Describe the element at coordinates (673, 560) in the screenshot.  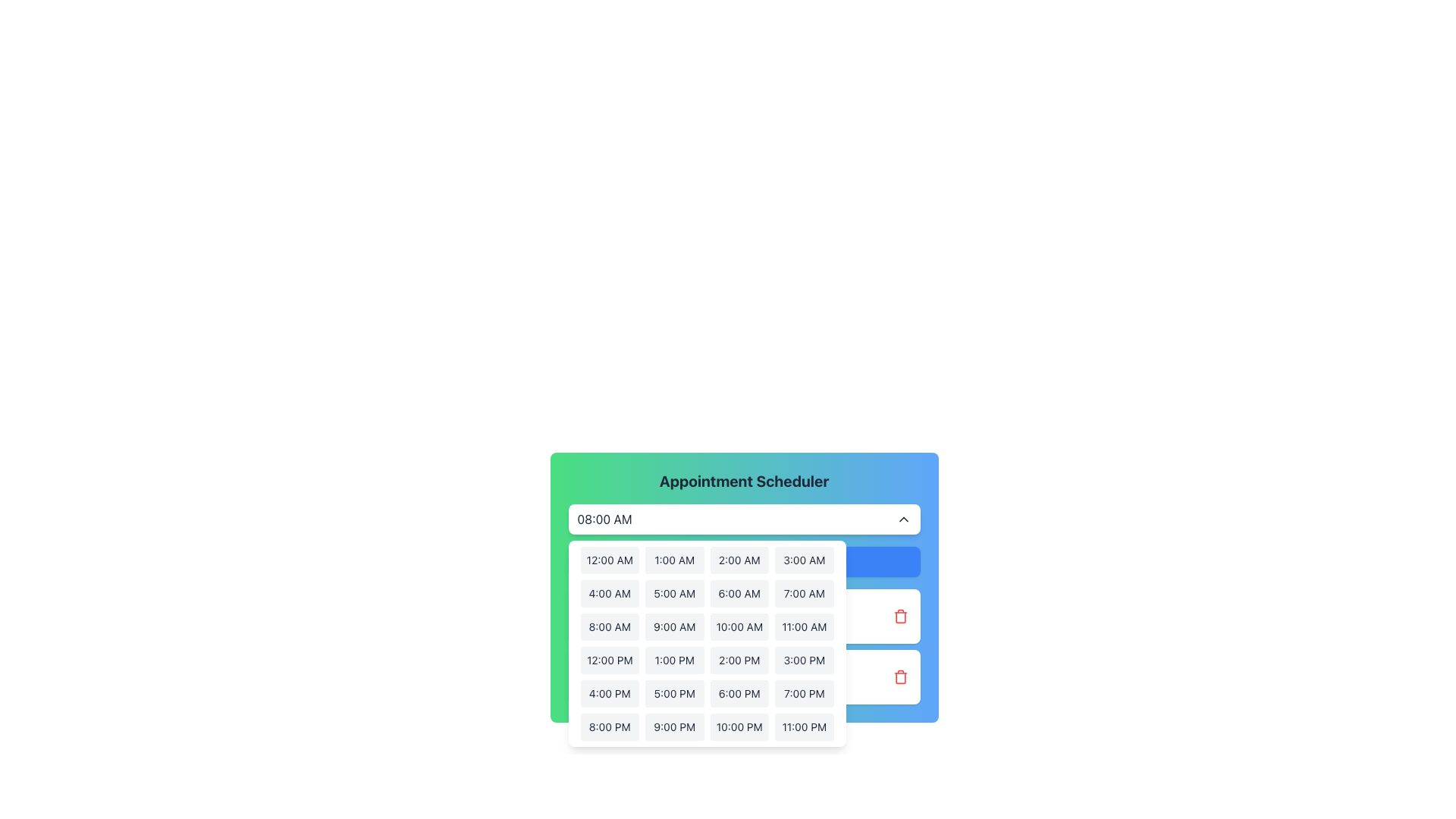
I see `the '1:00 AM' button, which is a rectangular button with a light gray background and rounded edges, located in the time selection grid of the scheduler interface` at that location.